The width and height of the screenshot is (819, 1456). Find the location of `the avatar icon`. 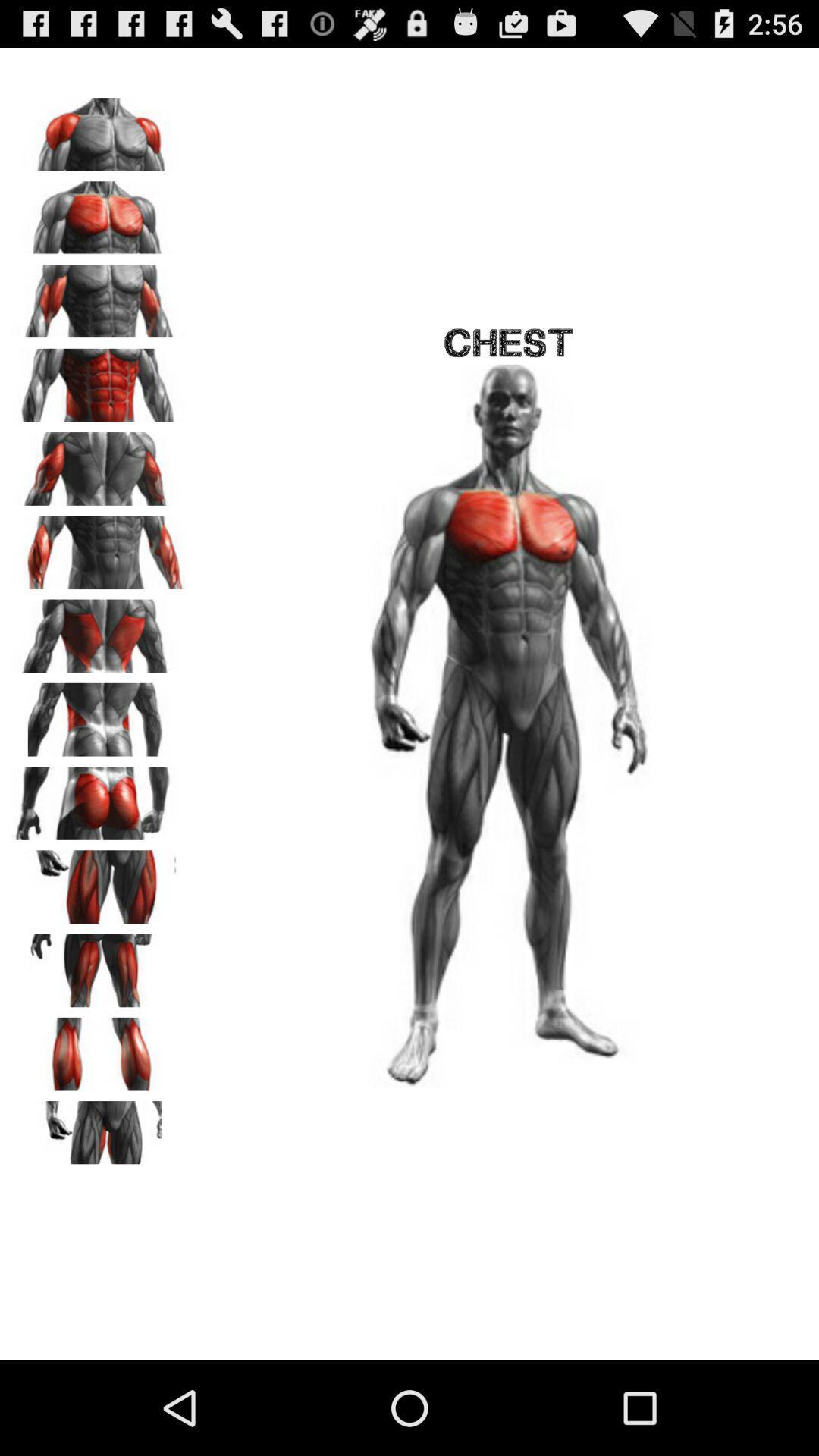

the avatar icon is located at coordinates (99, 1211).